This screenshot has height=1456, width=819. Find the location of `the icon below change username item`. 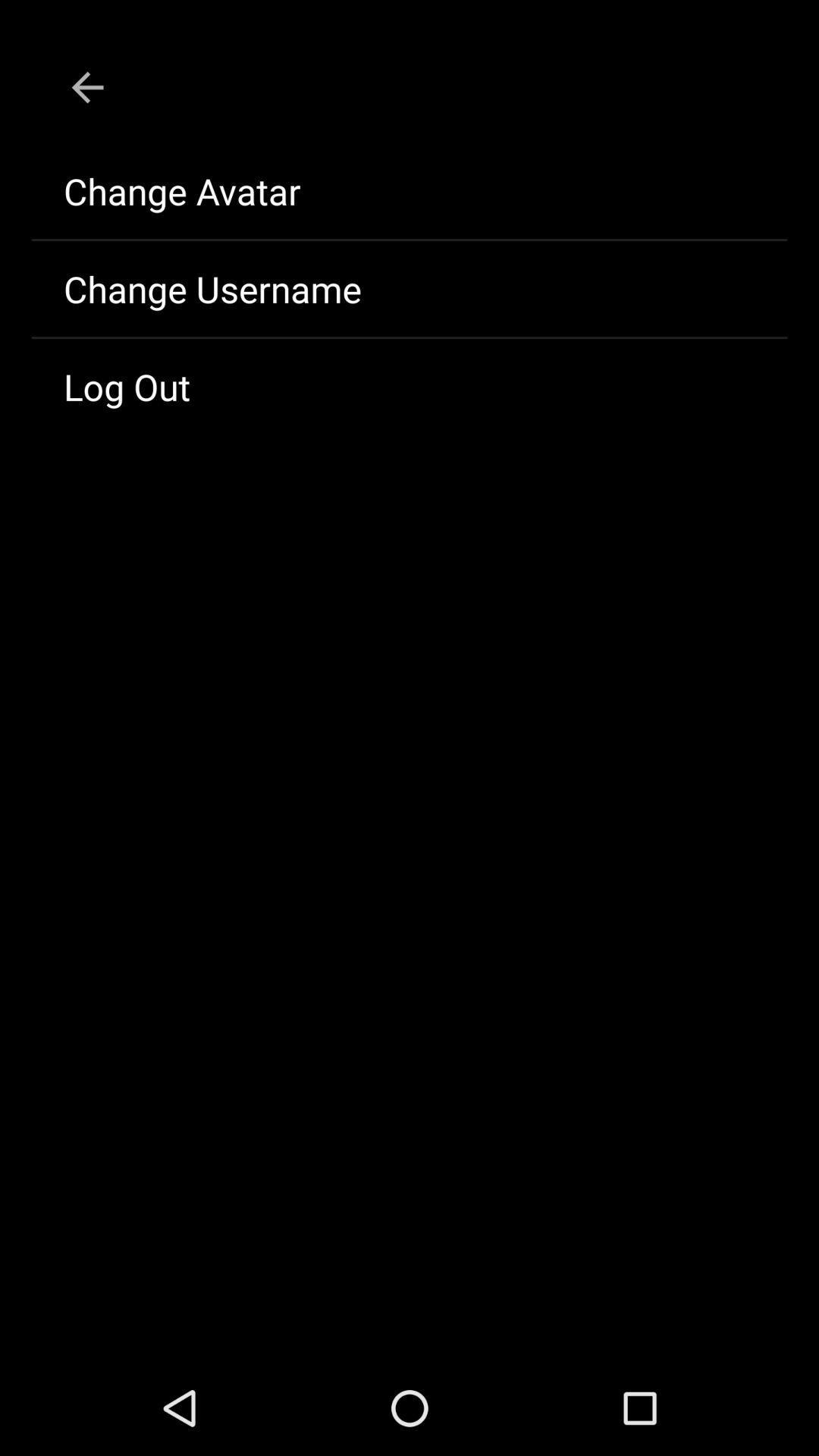

the icon below change username item is located at coordinates (409, 386).